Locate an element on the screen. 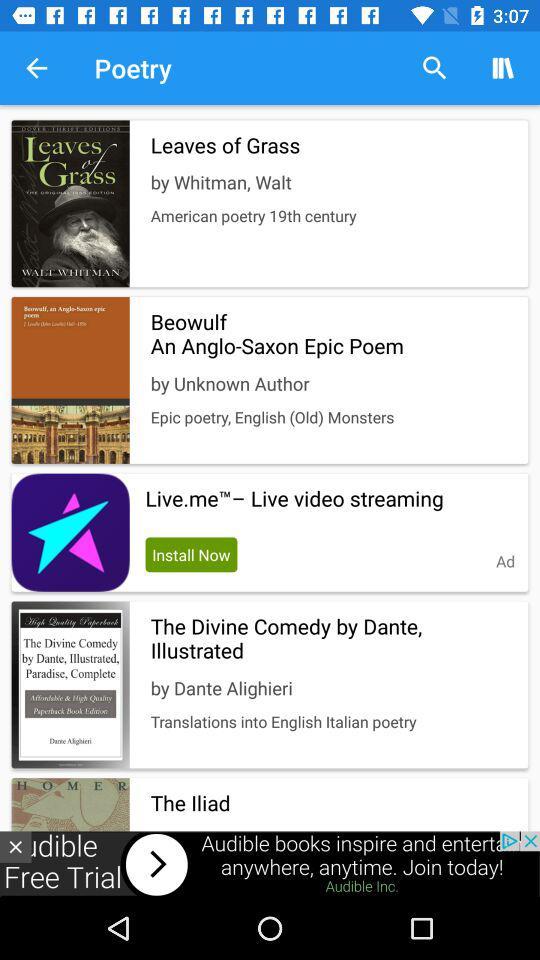 The width and height of the screenshot is (540, 960). advertisement is located at coordinates (14, 846).